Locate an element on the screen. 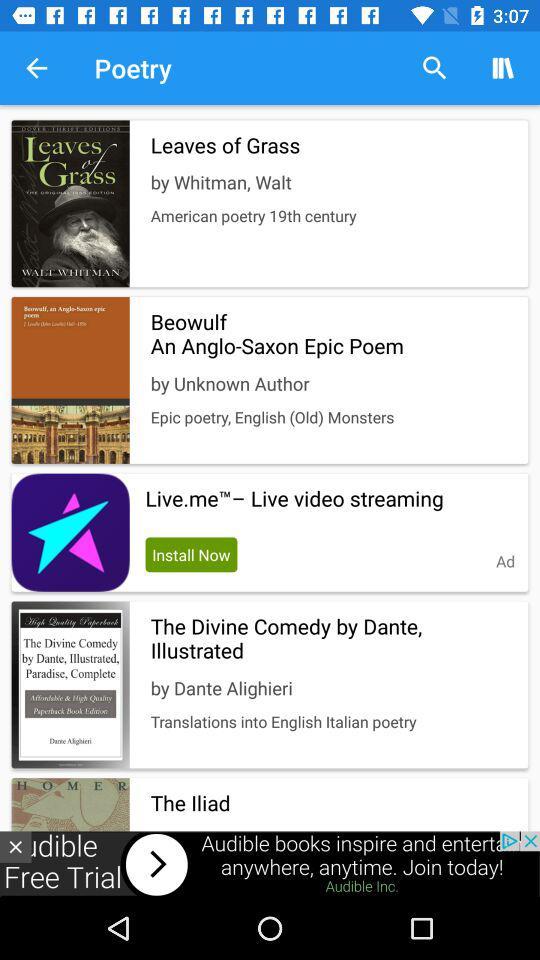 The width and height of the screenshot is (540, 960). advertisement is located at coordinates (14, 846).